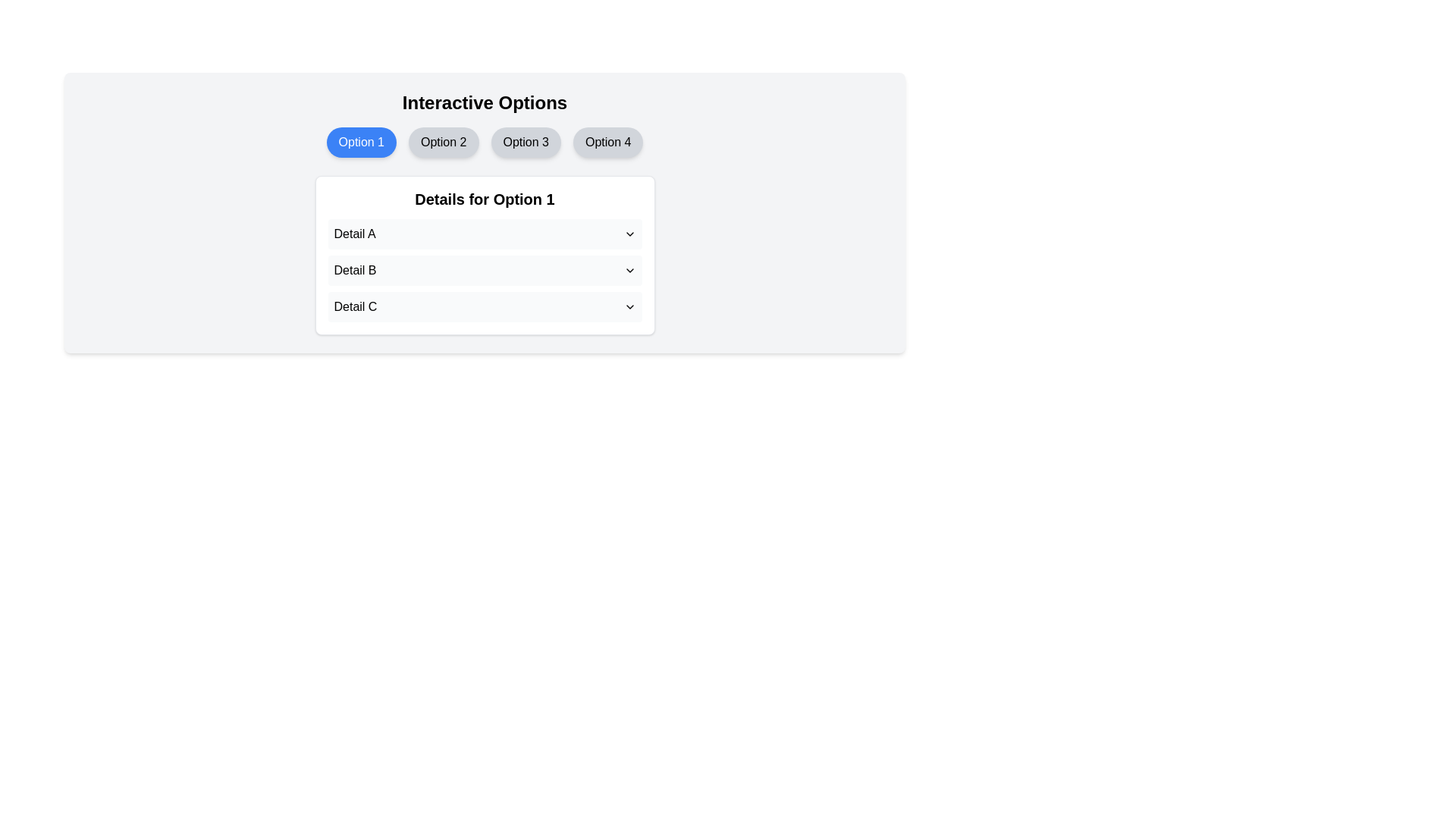  What do you see at coordinates (629, 270) in the screenshot?
I see `the small downward-pointing chevron arrow that serves as the Dropdown Indicator, located to the right of the 'Detail B' text within the 'Details for Option 1' section` at bounding box center [629, 270].